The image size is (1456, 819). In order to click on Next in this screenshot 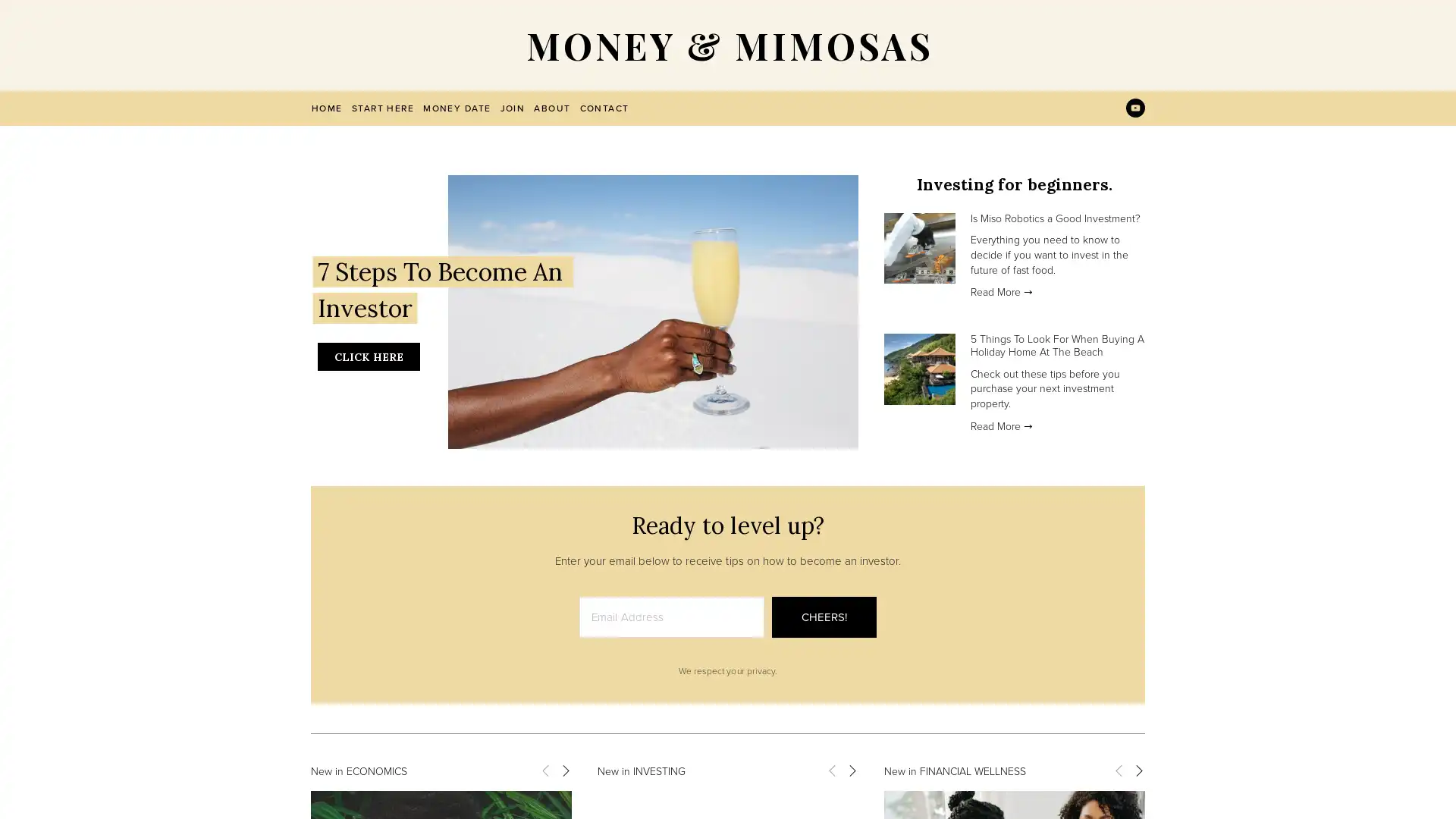, I will do `click(563, 769)`.